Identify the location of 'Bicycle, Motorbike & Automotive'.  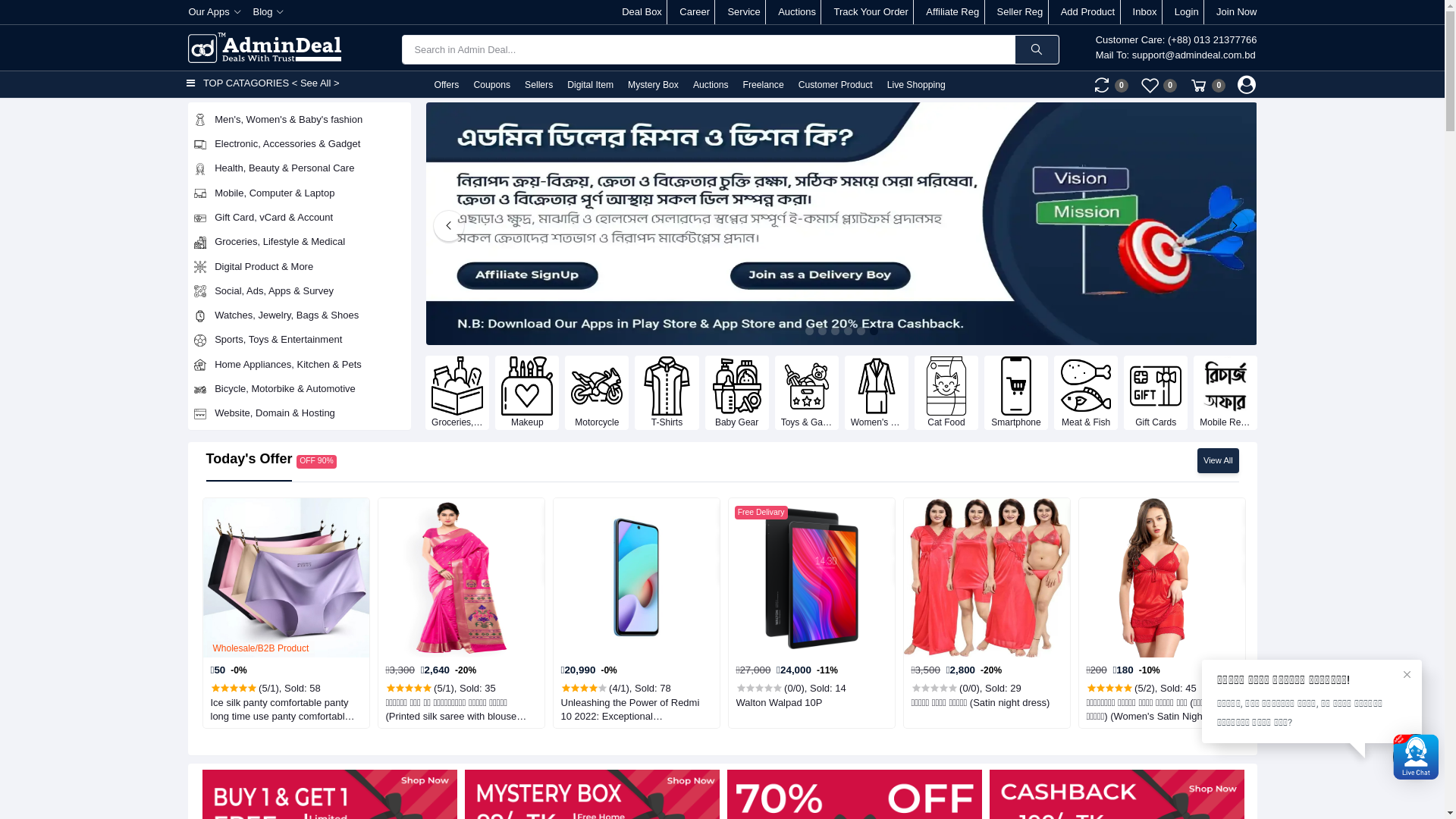
(300, 388).